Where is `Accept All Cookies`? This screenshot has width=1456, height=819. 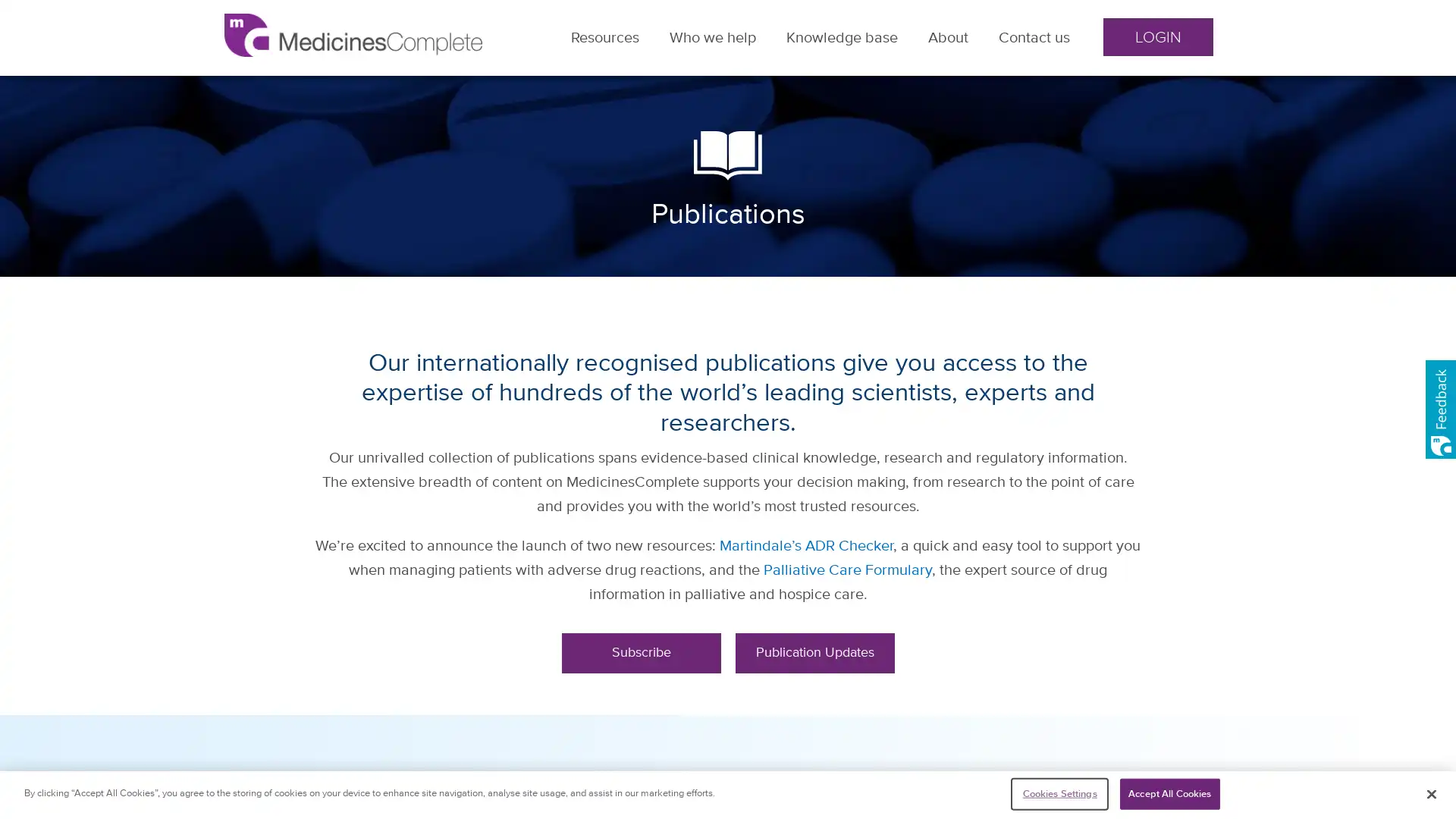 Accept All Cookies is located at coordinates (1169, 792).